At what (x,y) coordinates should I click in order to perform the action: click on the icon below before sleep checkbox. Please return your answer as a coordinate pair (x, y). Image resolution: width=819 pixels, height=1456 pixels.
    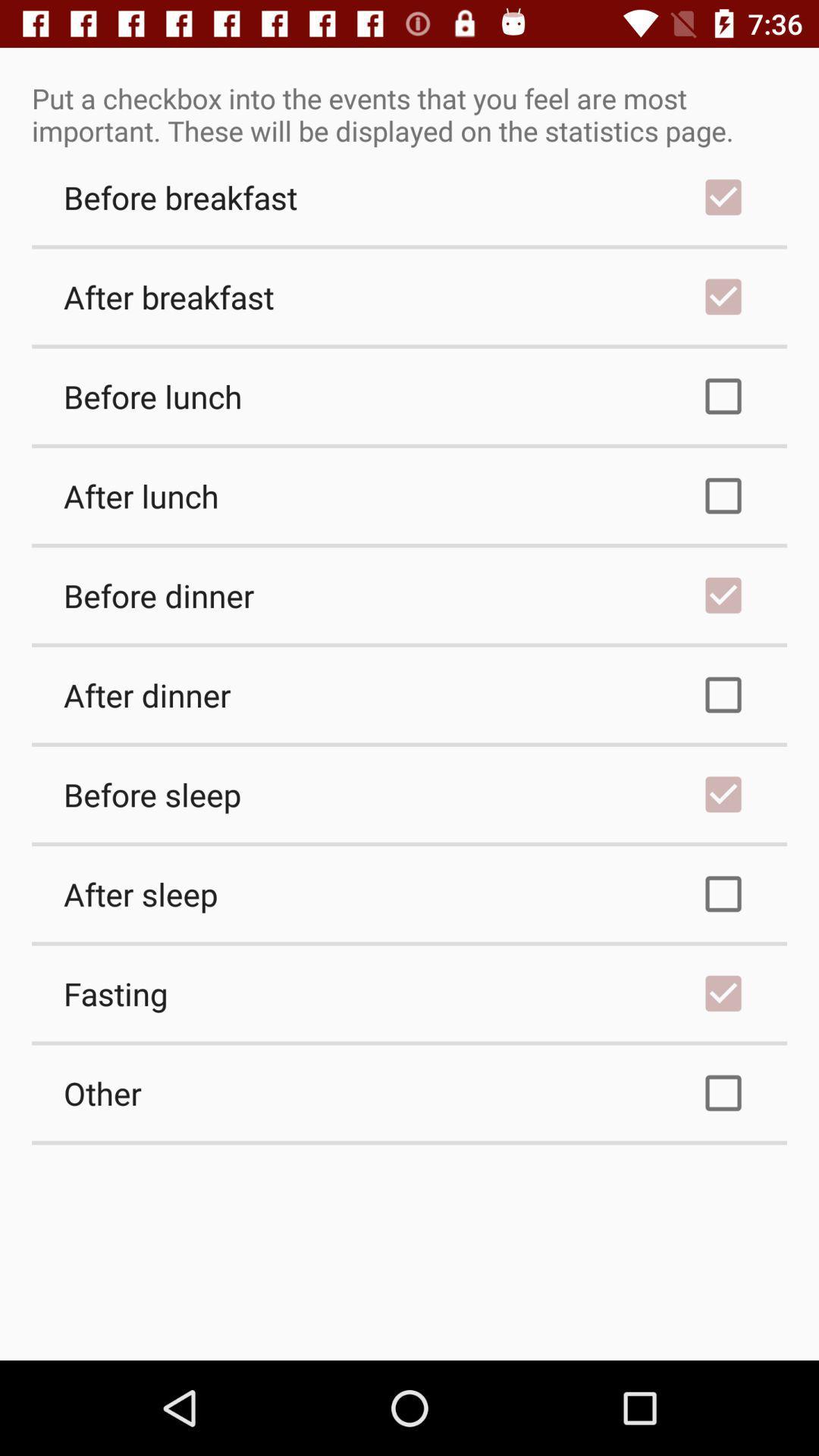
    Looking at the image, I should click on (409, 894).